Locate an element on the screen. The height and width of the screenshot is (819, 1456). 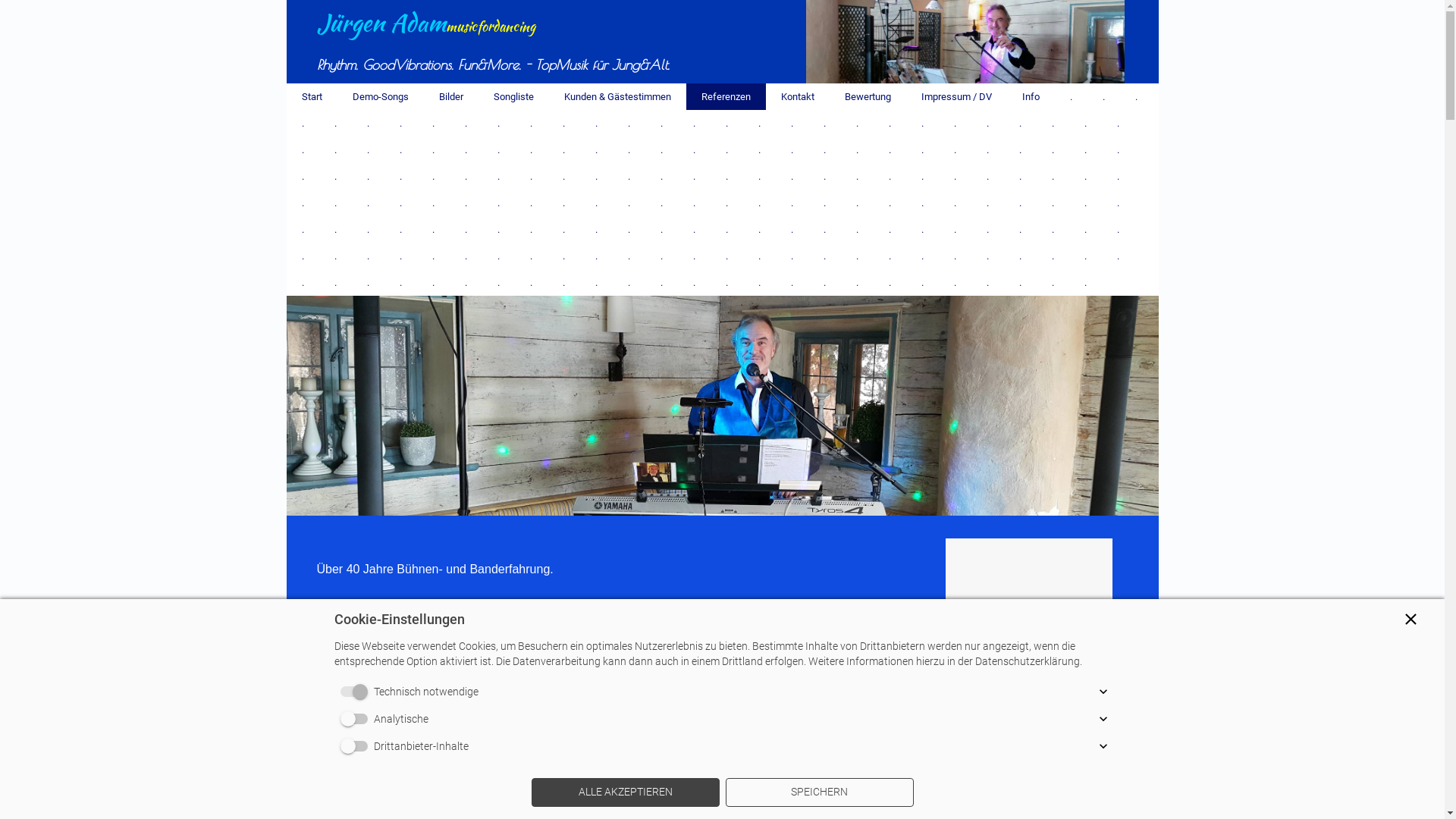
'.' is located at coordinates (1035, 122).